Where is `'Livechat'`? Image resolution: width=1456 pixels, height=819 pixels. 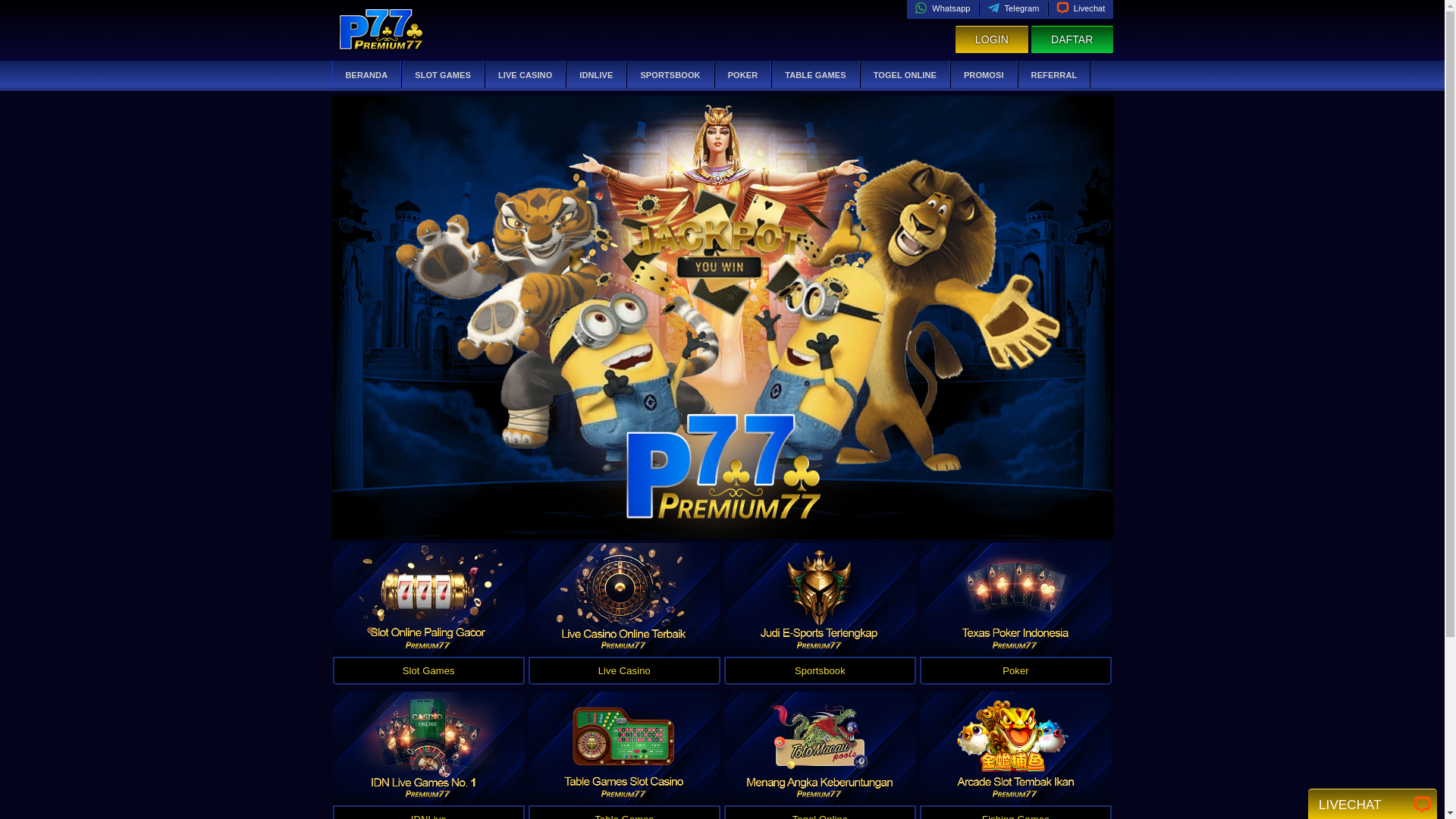
'Livechat' is located at coordinates (1080, 8).